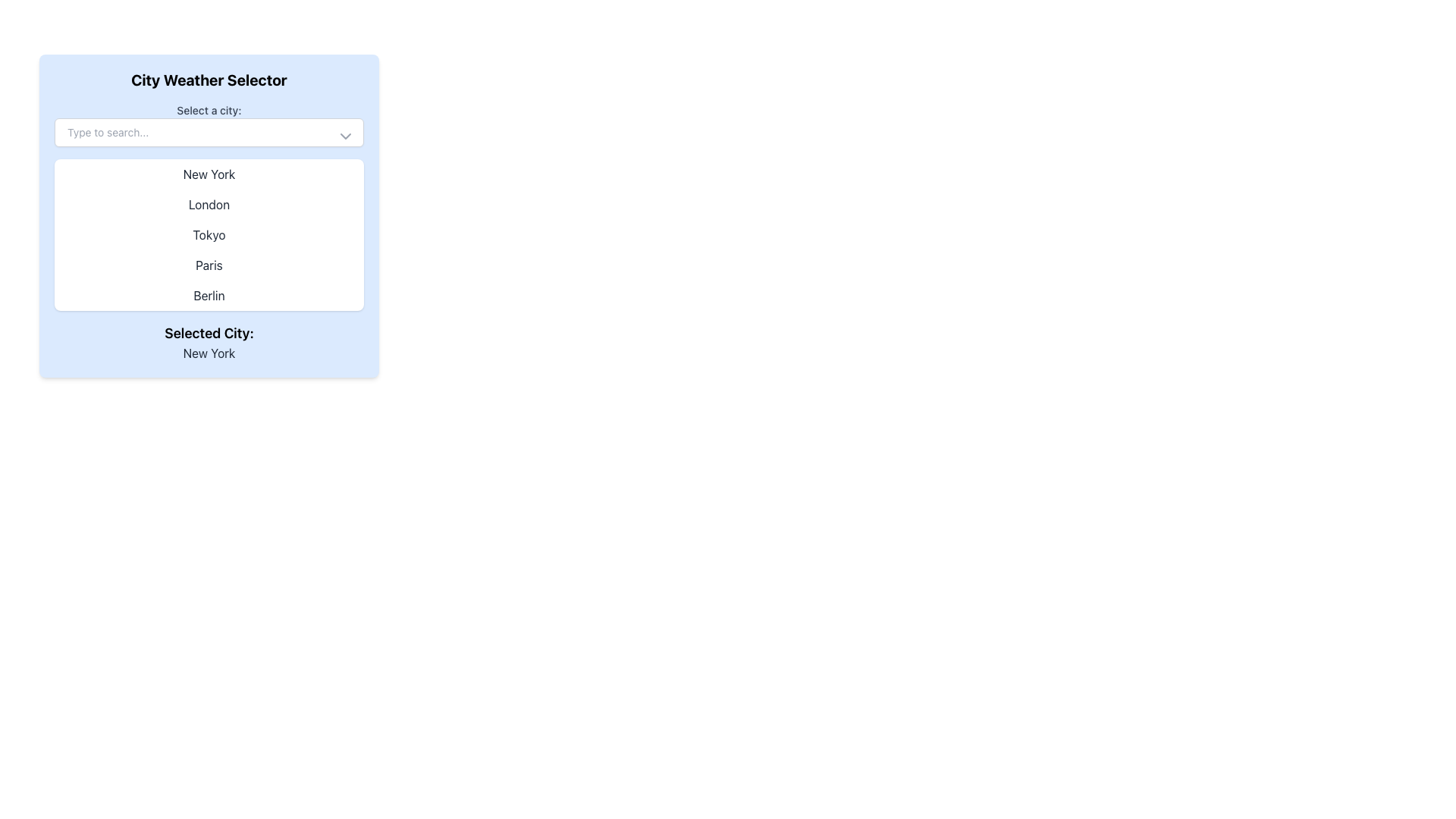 Image resolution: width=1456 pixels, height=819 pixels. Describe the element at coordinates (208, 265) in the screenshot. I see `the text element displaying 'Paris' in a dark gray font` at that location.